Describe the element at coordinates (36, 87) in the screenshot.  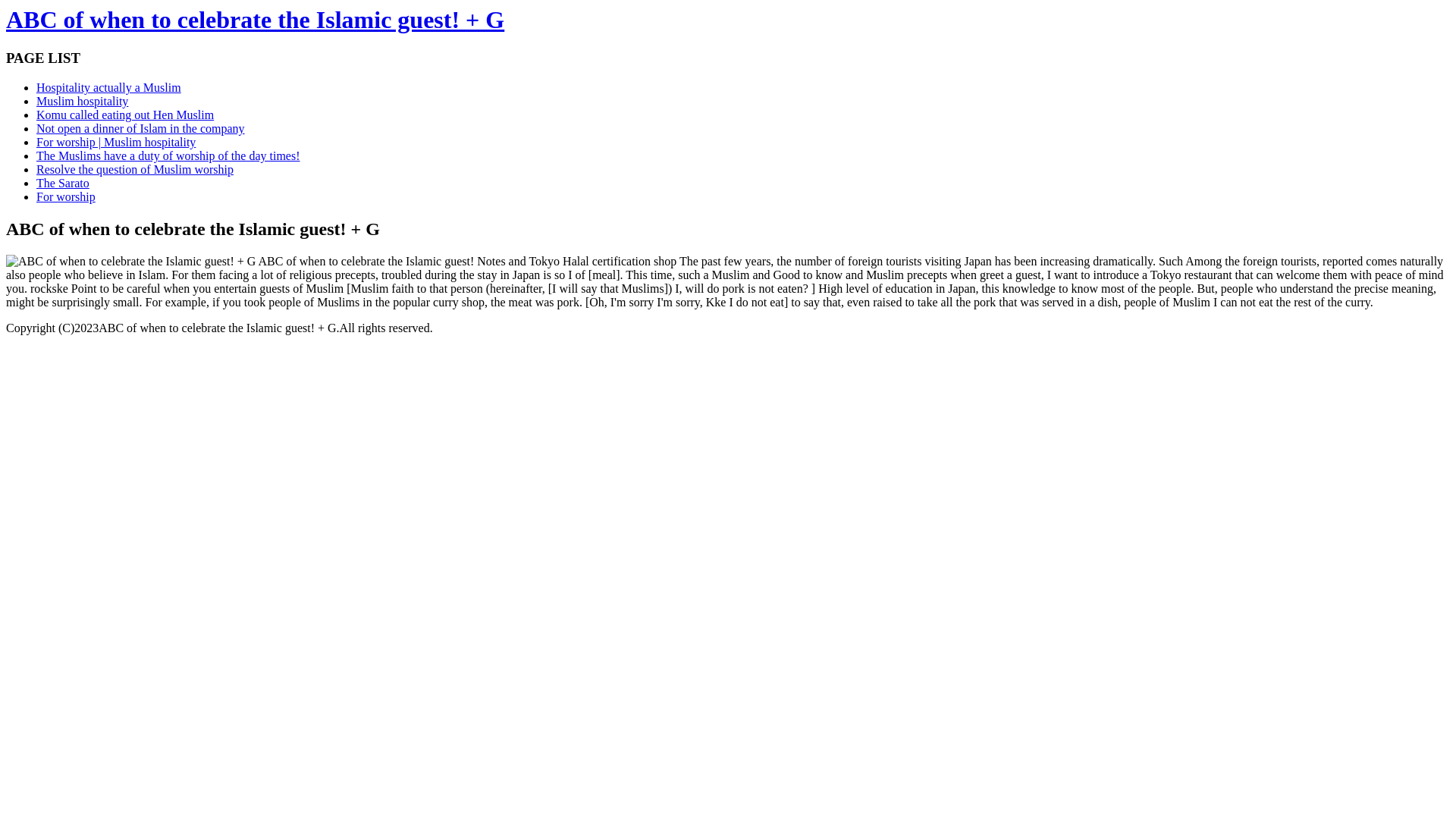
I see `'Hospitality actually a Muslim'` at that location.